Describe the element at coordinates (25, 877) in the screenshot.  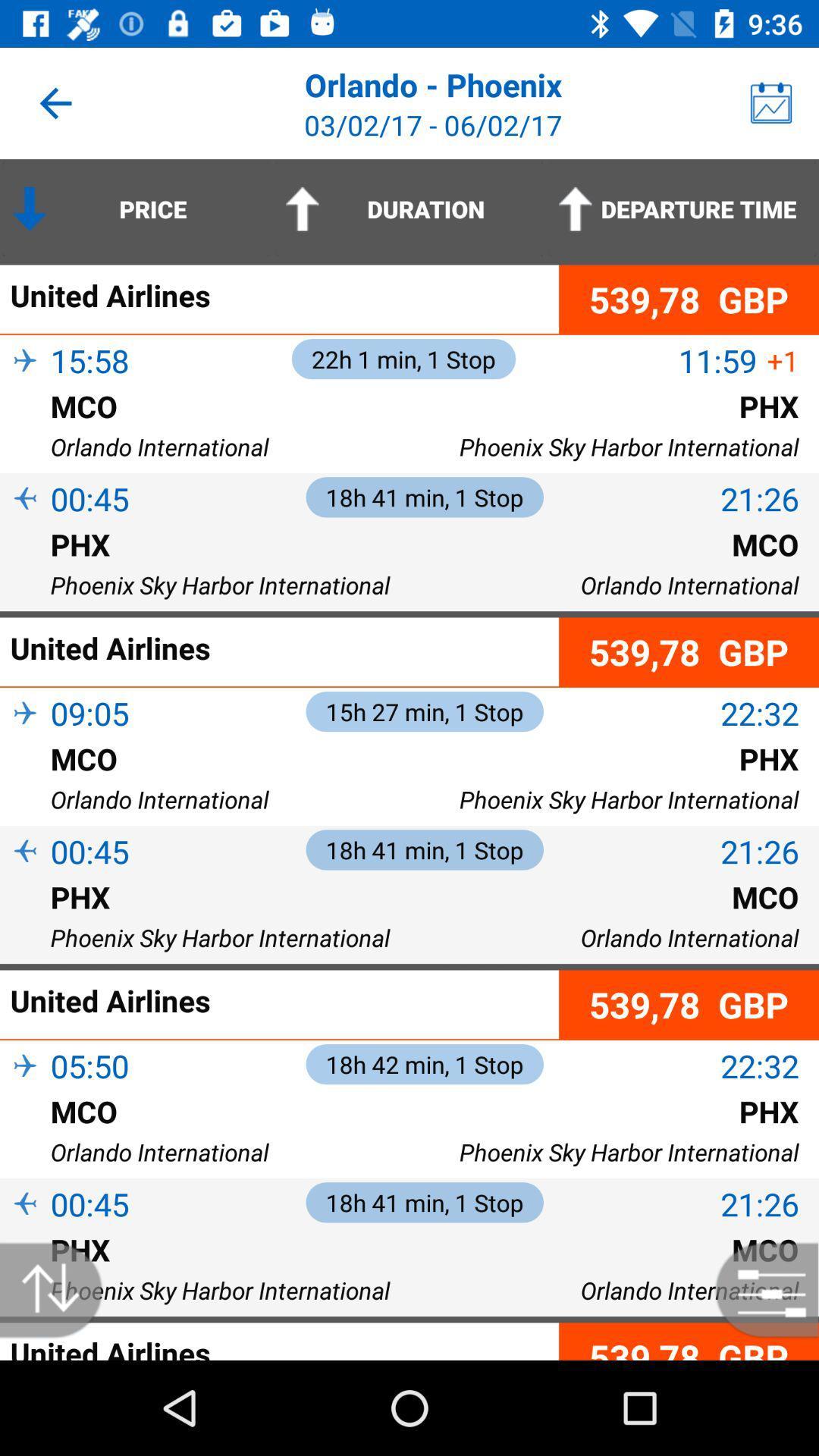
I see `item next to the 00:45 icon` at that location.